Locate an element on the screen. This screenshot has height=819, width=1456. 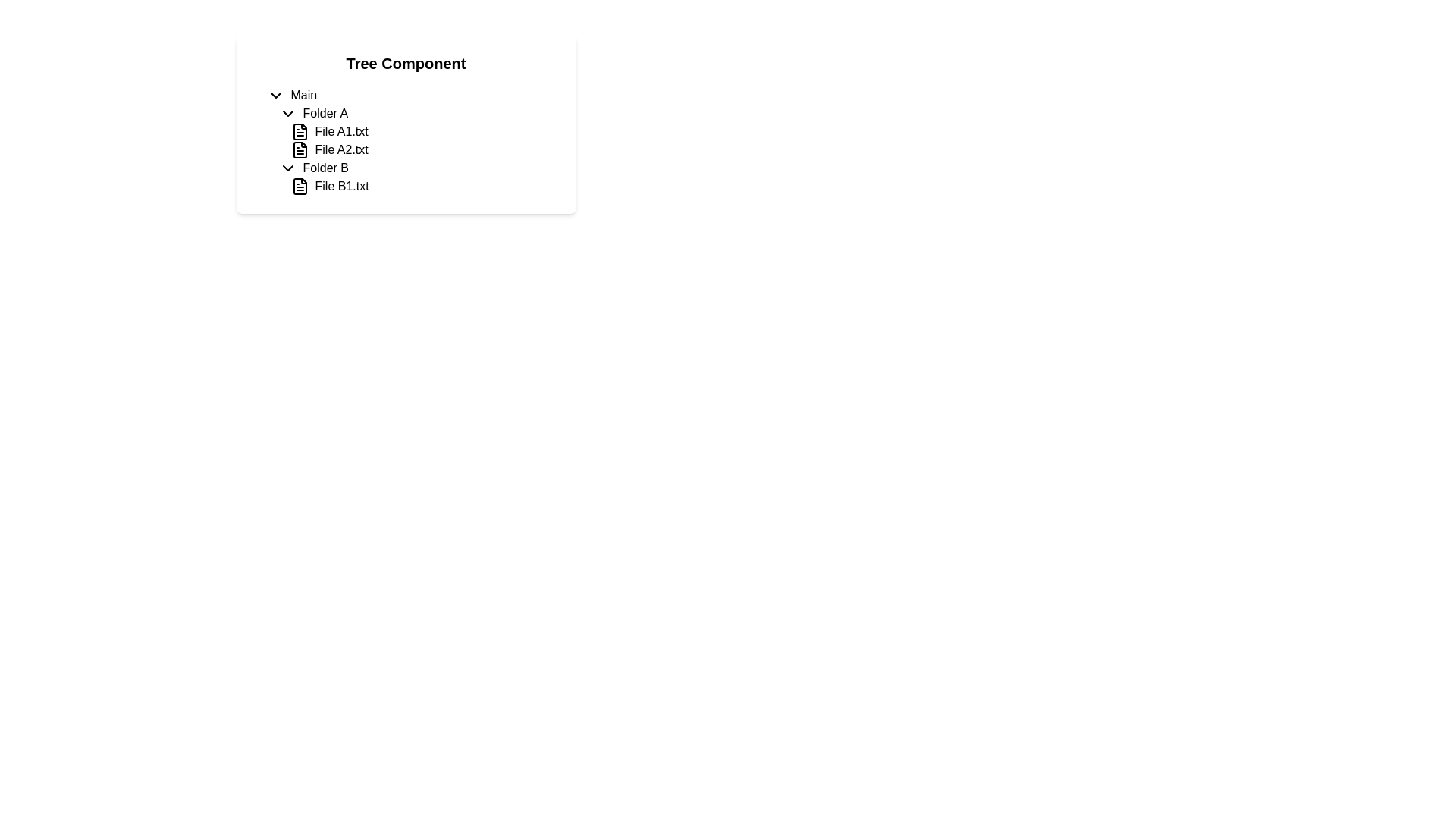
the text label indicating the file named 'File A2.txt' located as the second element under 'Folder A' in the tree structure on the left-hand pane is located at coordinates (340, 149).